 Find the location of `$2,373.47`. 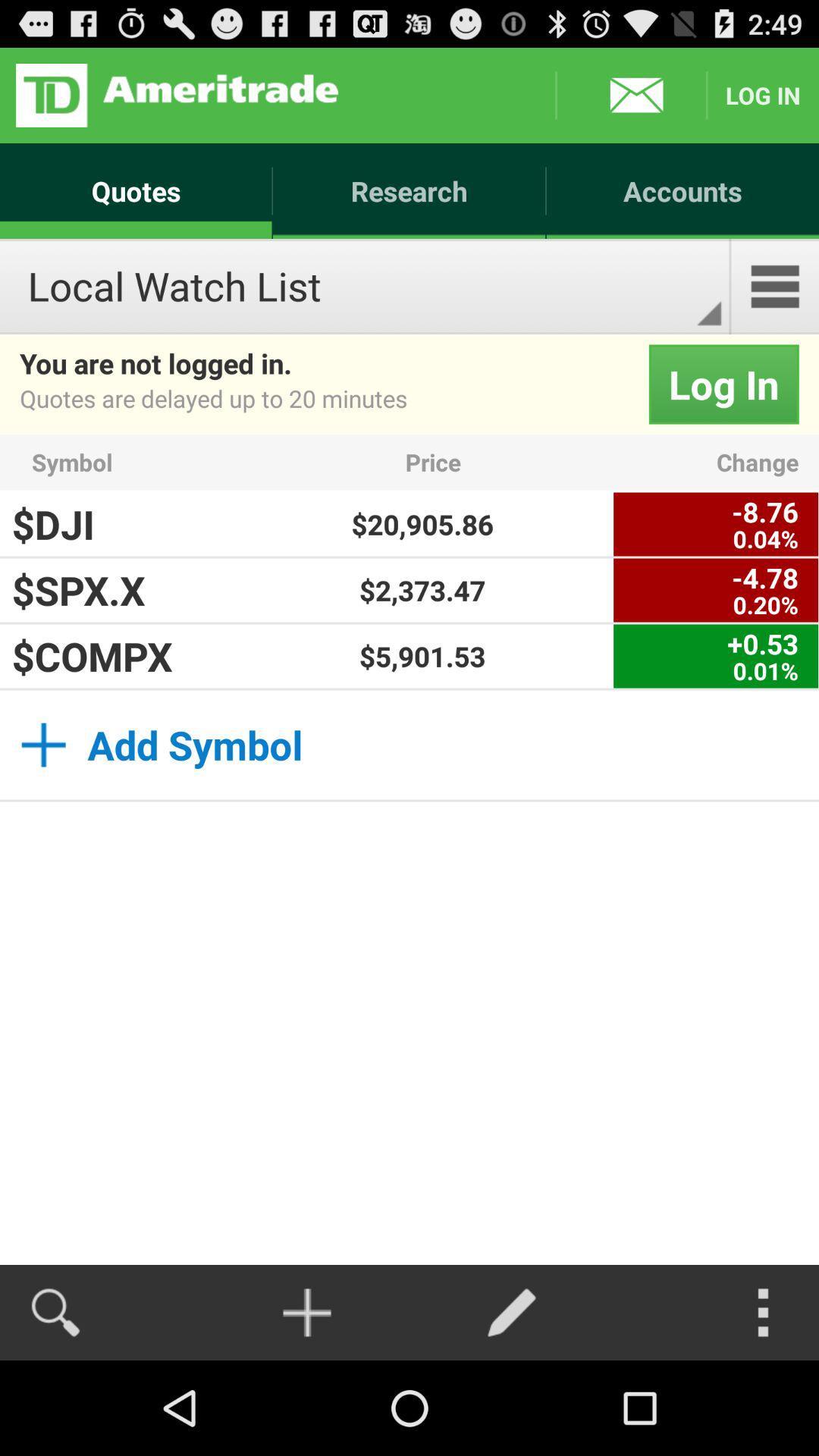

$2,373.47 is located at coordinates (422, 589).